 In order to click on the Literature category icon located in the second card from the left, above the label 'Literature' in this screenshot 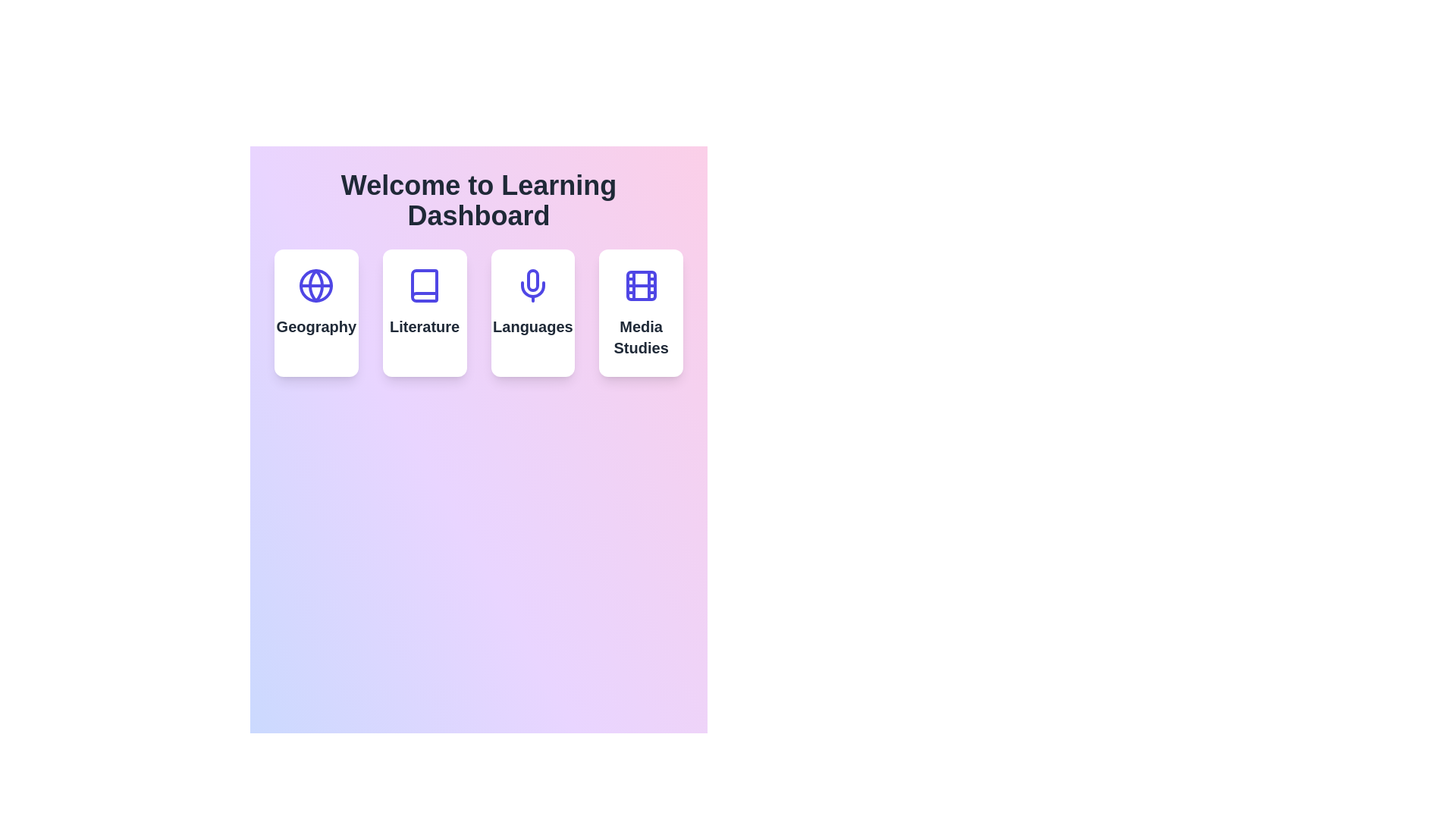, I will do `click(425, 286)`.